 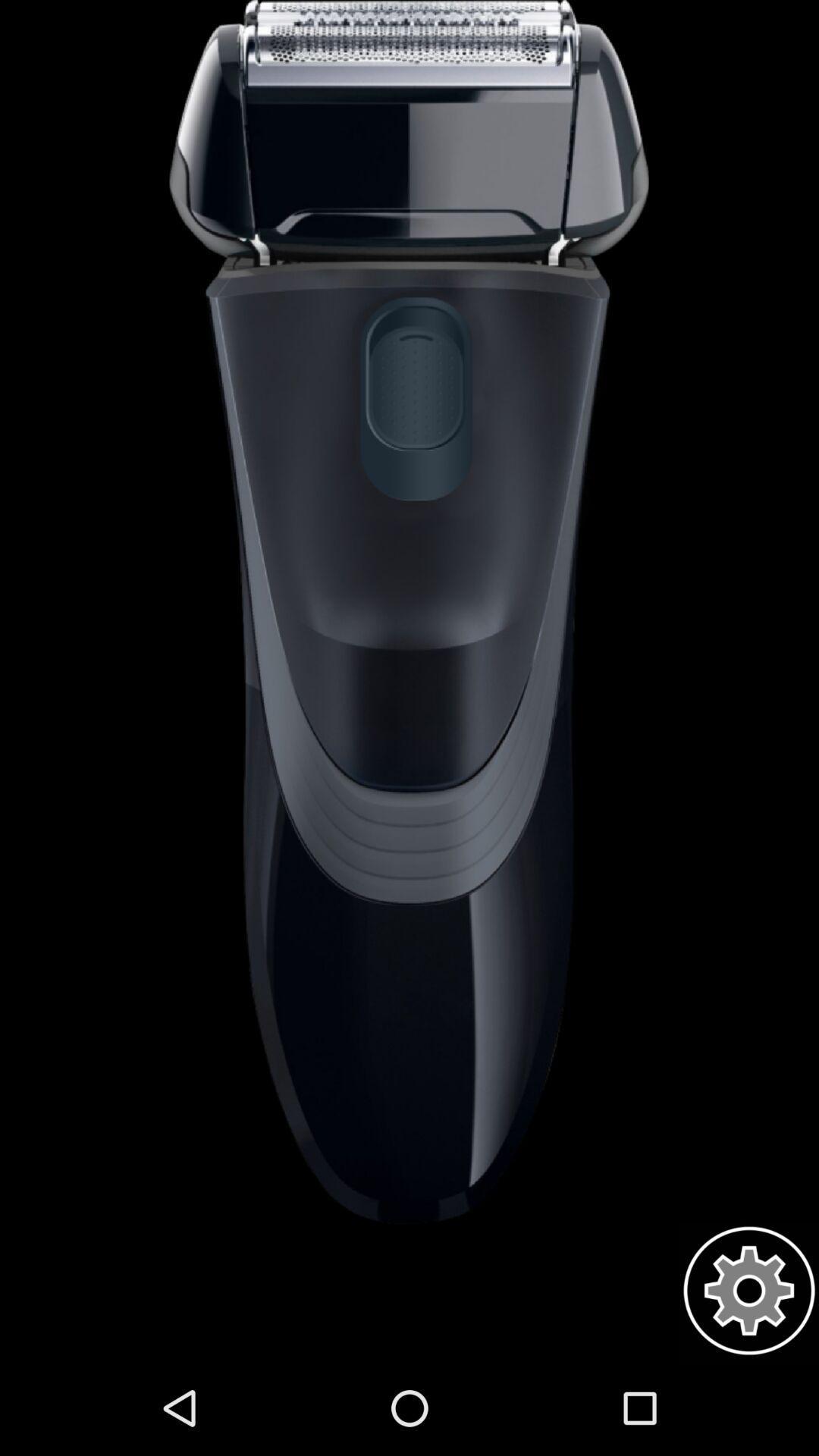 I want to click on settings, so click(x=748, y=1290).